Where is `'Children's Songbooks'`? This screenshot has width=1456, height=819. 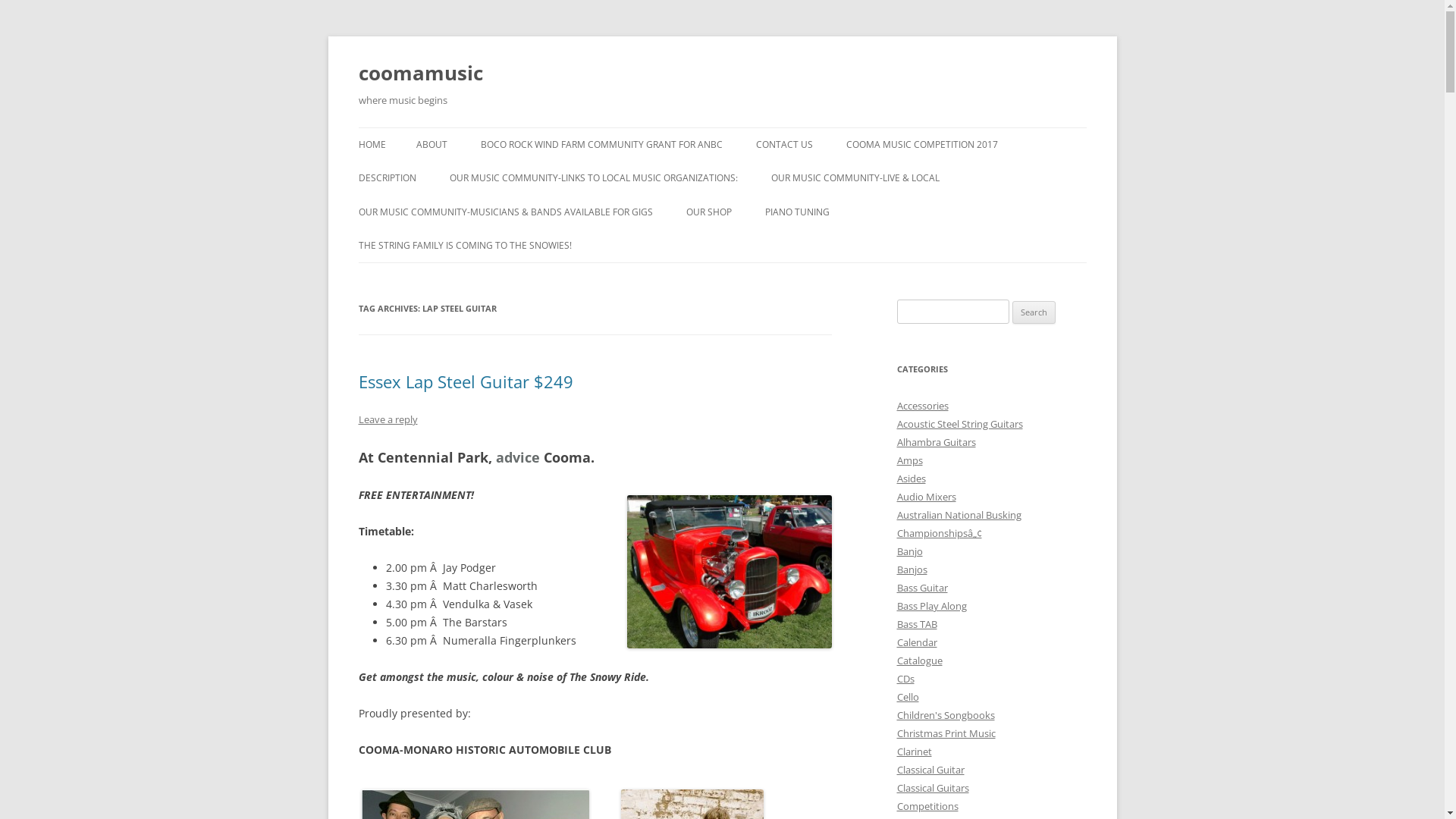 'Children's Songbooks' is located at coordinates (944, 714).